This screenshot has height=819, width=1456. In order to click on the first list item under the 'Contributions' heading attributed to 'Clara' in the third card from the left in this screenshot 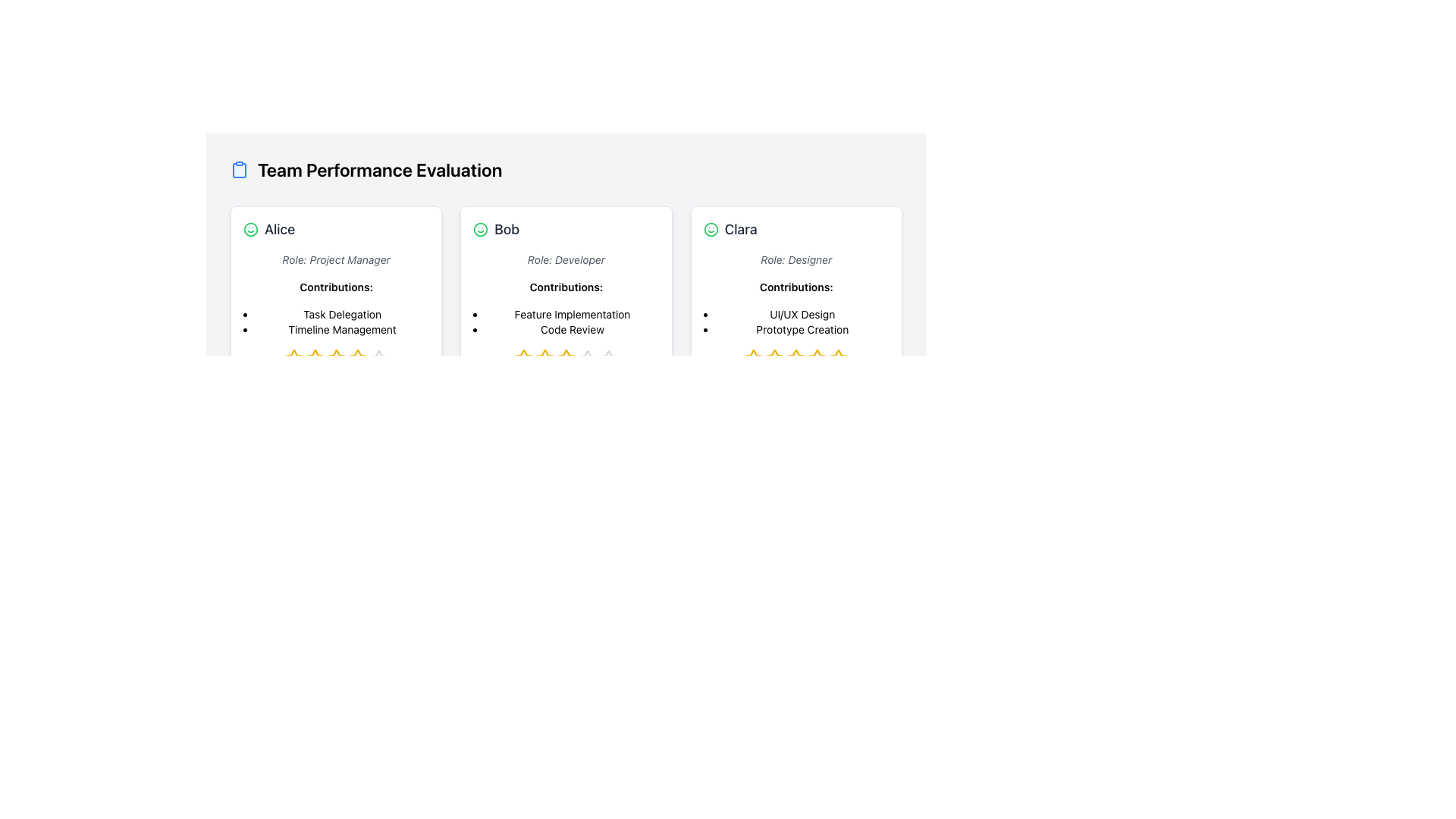, I will do `click(802, 314)`.